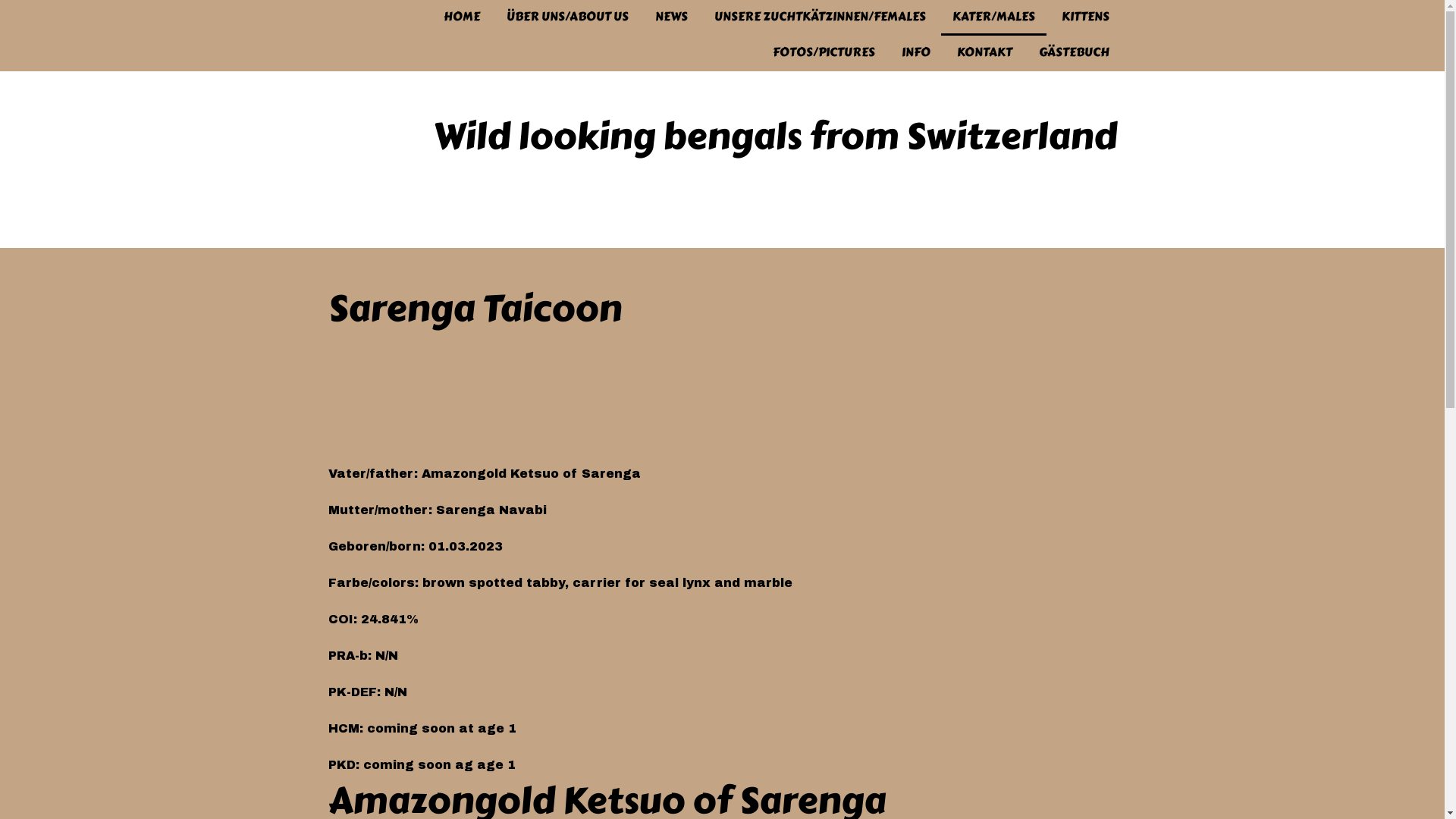 The height and width of the screenshot is (819, 1456). What do you see at coordinates (1084, 17) in the screenshot?
I see `'KITTENS'` at bounding box center [1084, 17].